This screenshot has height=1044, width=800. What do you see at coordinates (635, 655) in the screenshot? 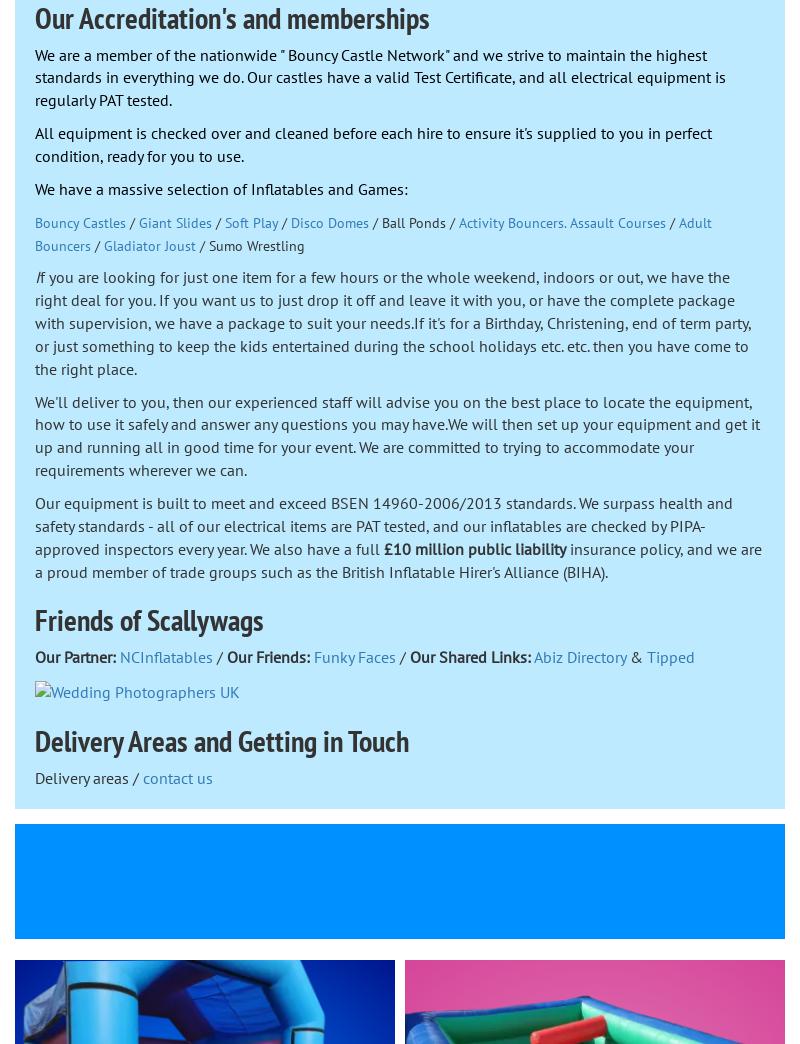
I see `'&'` at bounding box center [635, 655].